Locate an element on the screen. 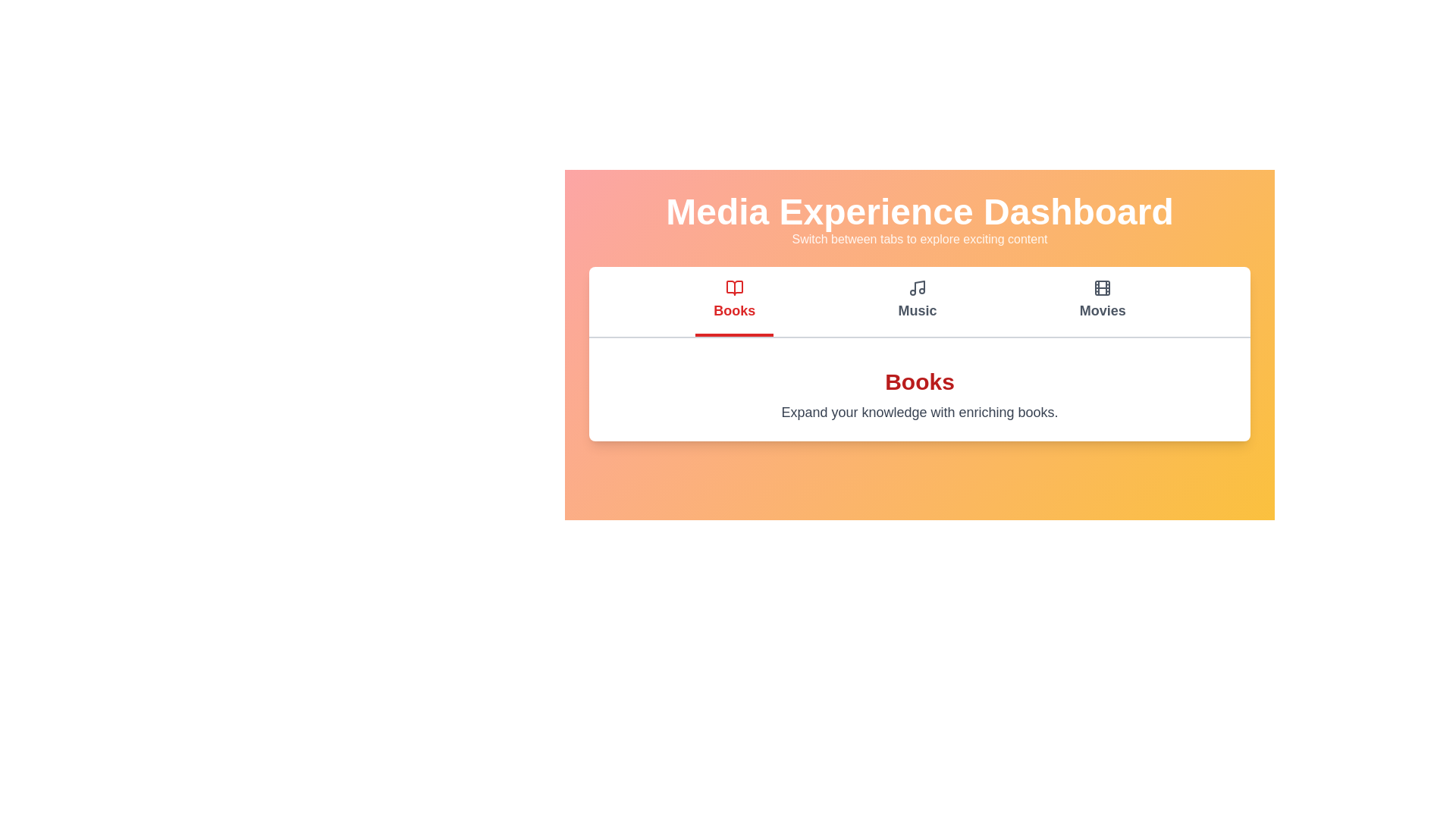 Image resolution: width=1456 pixels, height=819 pixels. the Movies tab by clicking on its button is located at coordinates (1103, 301).